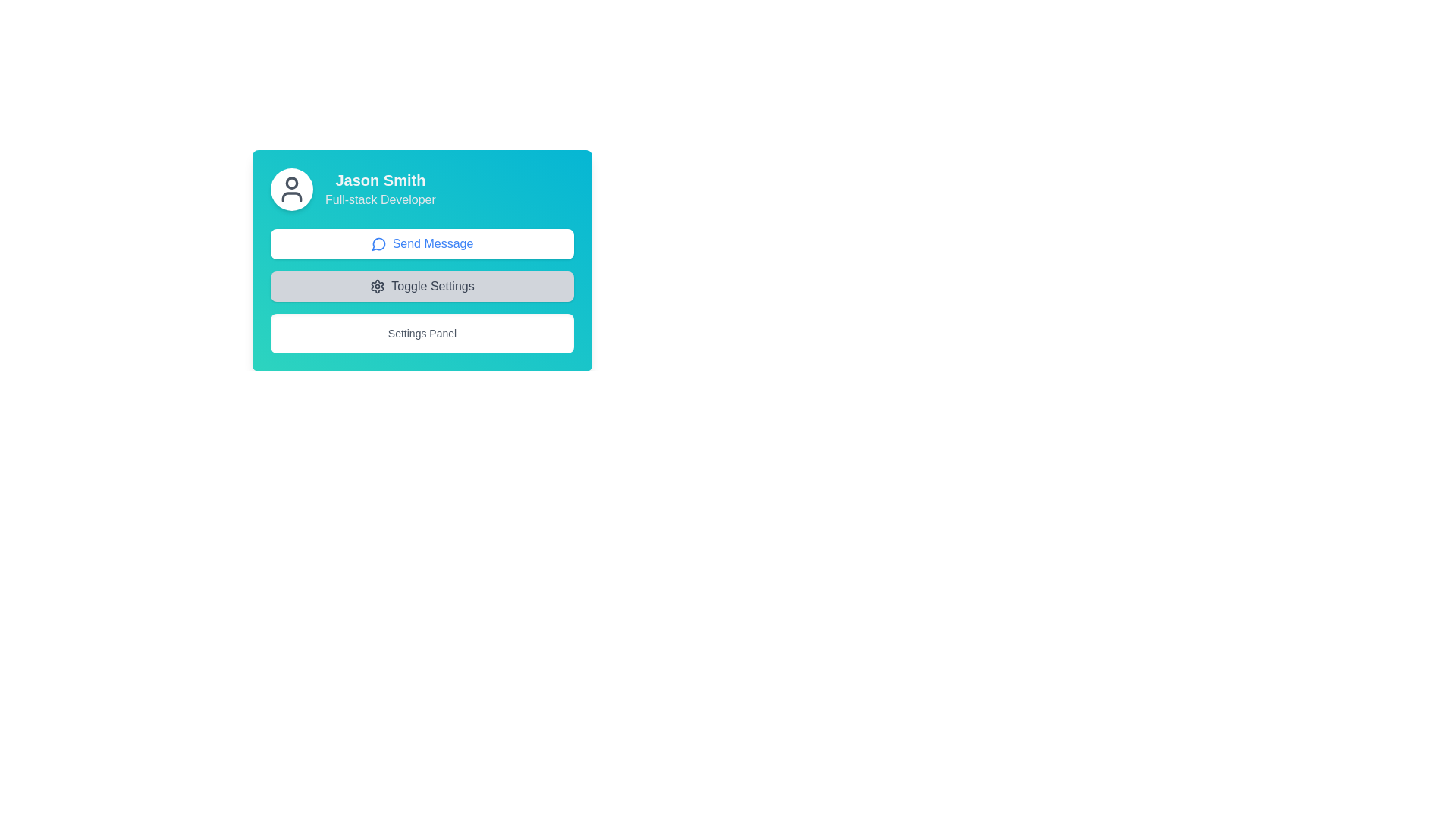 This screenshot has width=1456, height=819. Describe the element at coordinates (378, 243) in the screenshot. I see `the message sending icon located to the left of the 'Send Message' button text, which visually represents sending a message or initiating a chat` at that location.